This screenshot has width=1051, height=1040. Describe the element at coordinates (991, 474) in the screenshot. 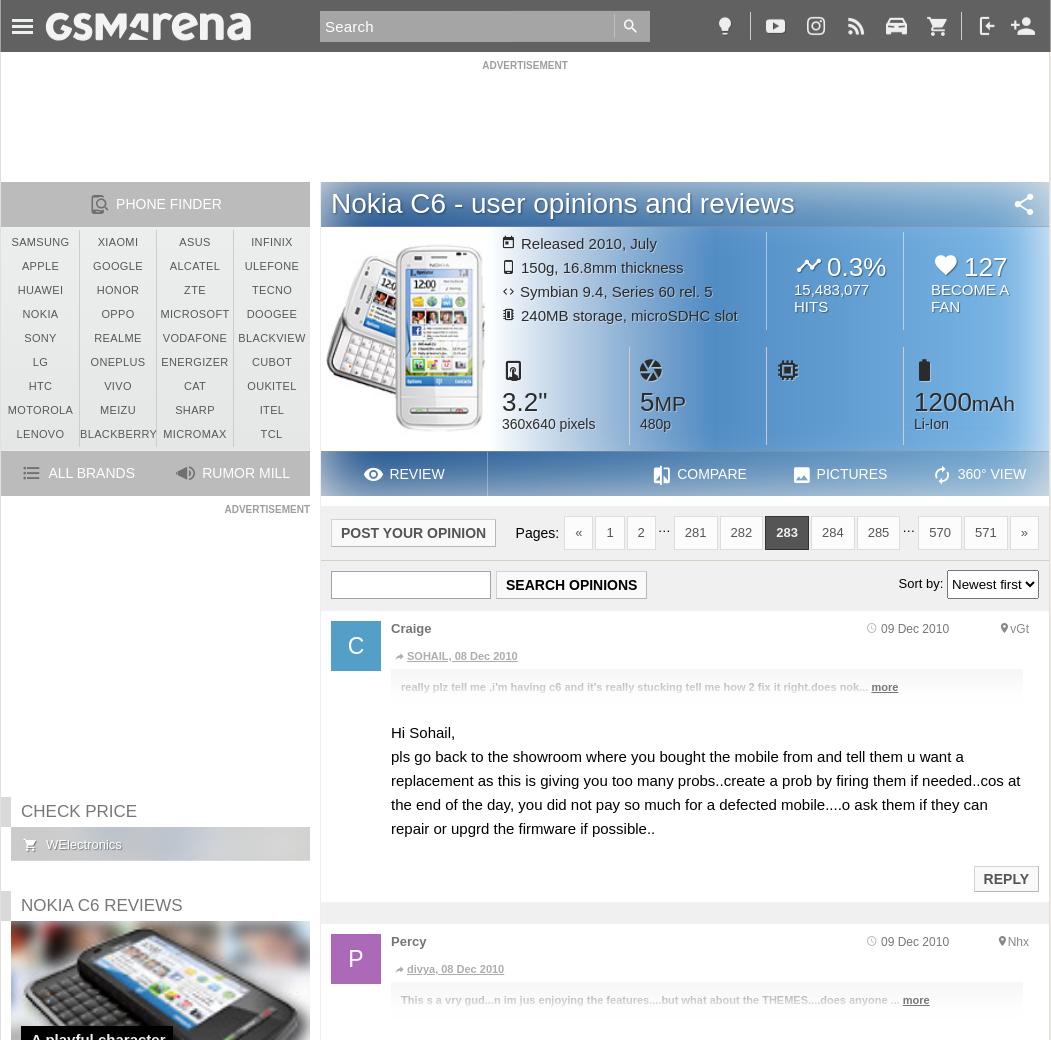

I see `'360° view'` at that location.